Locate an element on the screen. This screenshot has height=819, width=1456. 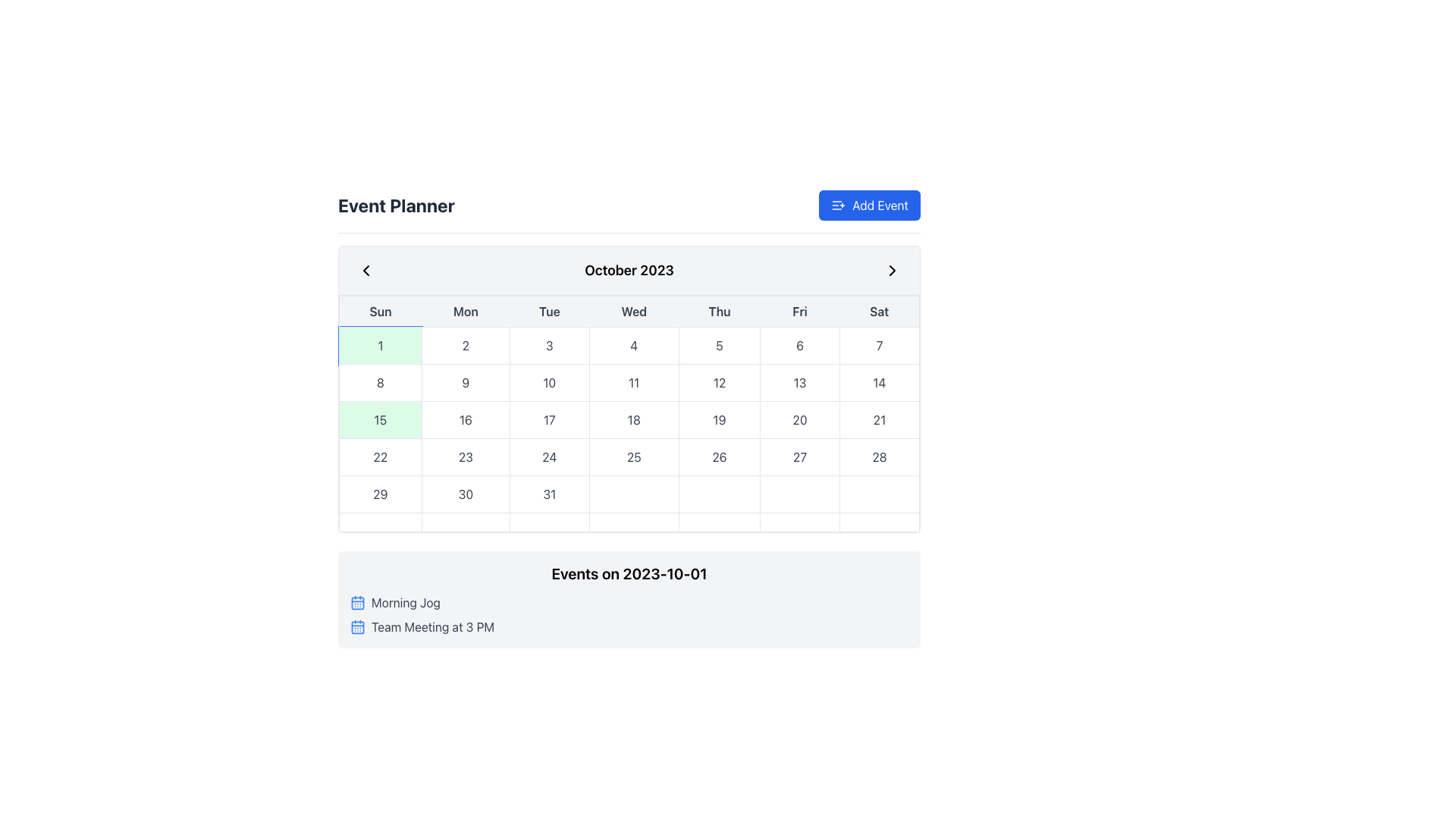
the last row of the calendar grid is located at coordinates (629, 494).